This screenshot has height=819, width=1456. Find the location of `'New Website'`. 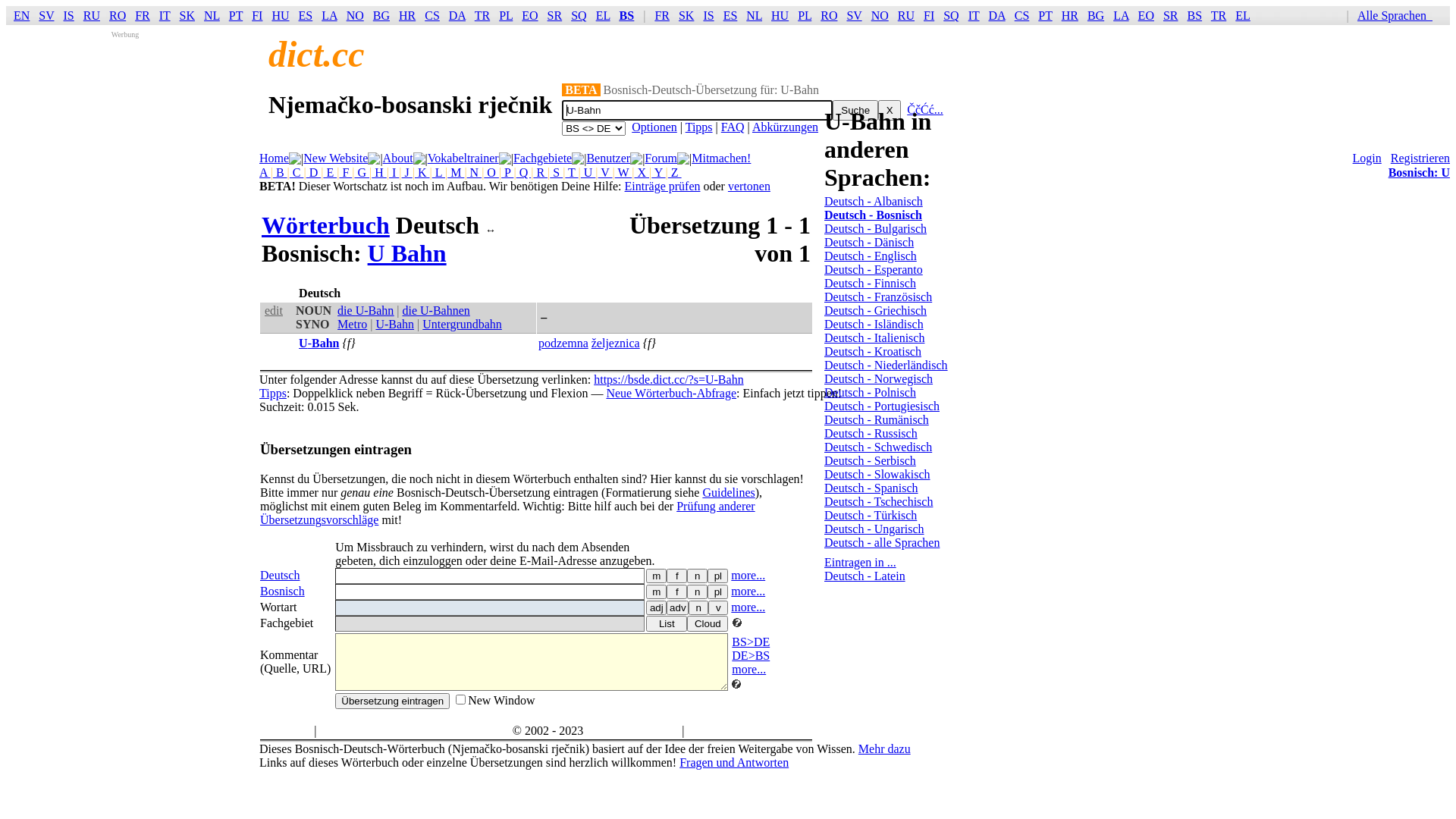

'New Website' is located at coordinates (334, 158).